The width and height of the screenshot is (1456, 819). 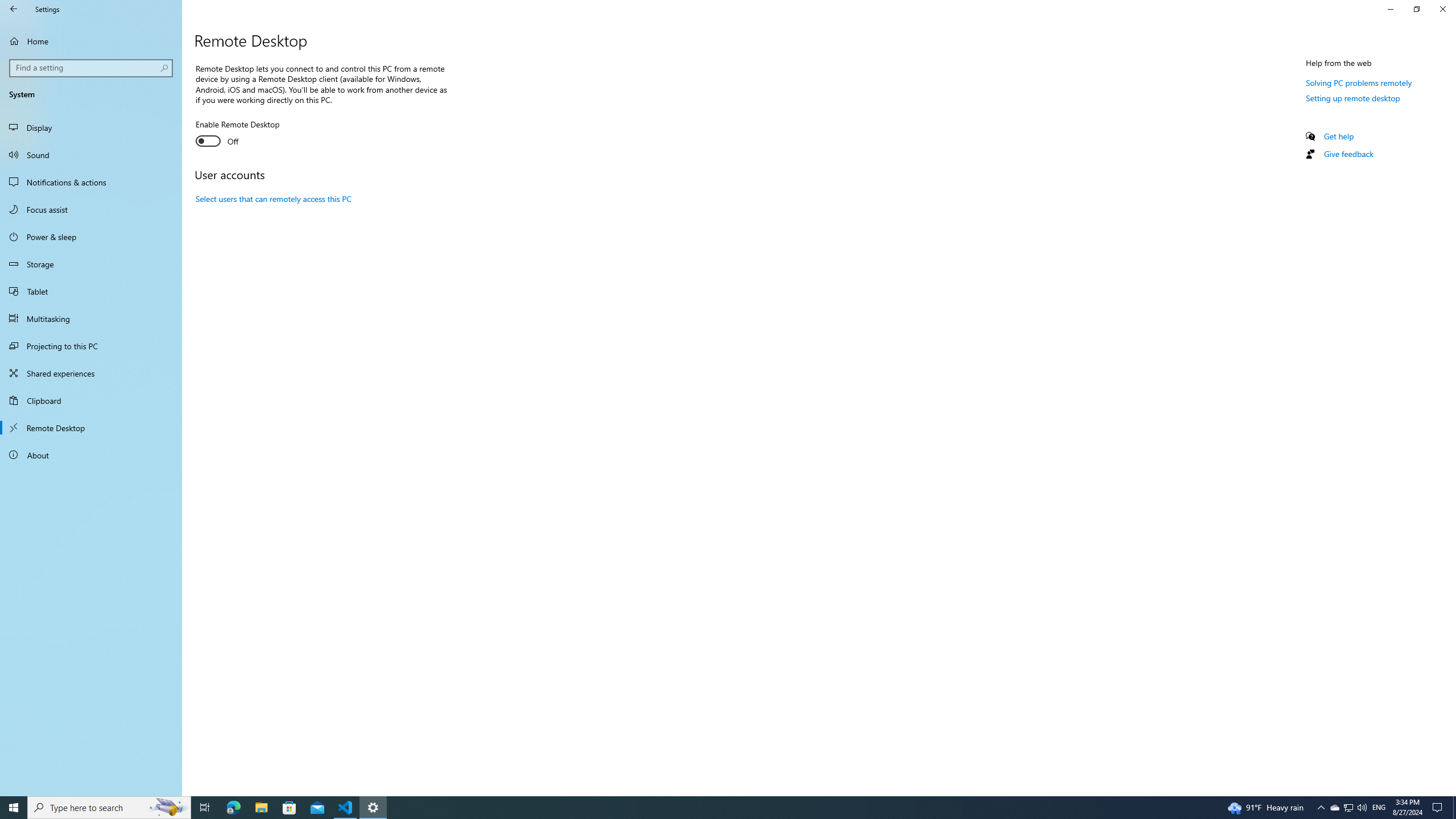 I want to click on 'Settings - 1 running window', so click(x=373, y=806).